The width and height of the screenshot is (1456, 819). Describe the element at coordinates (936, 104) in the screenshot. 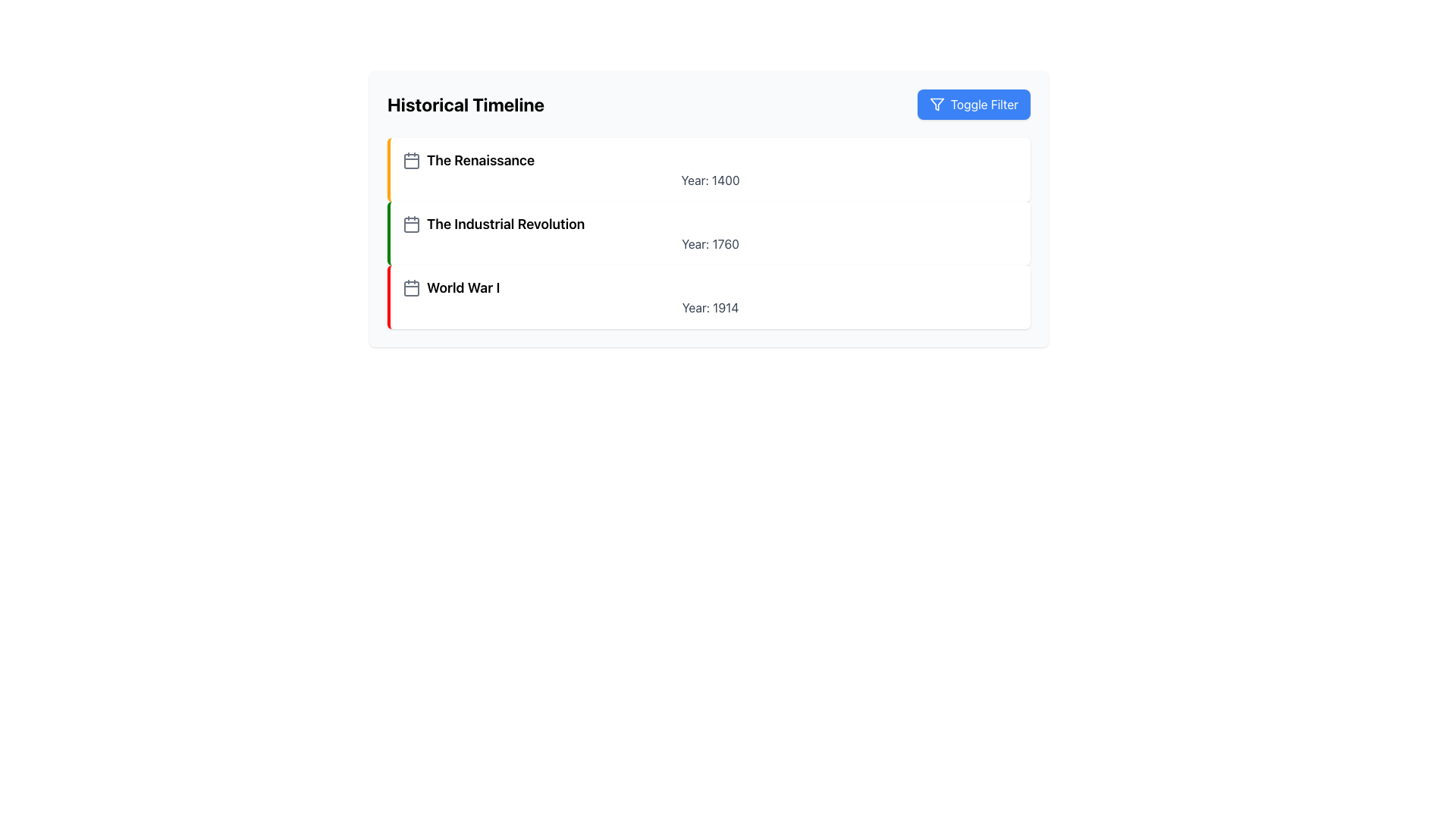

I see `the small triangular icon within the blue 'Toggle Filter' button located at the top right section of the main timeline interface` at that location.